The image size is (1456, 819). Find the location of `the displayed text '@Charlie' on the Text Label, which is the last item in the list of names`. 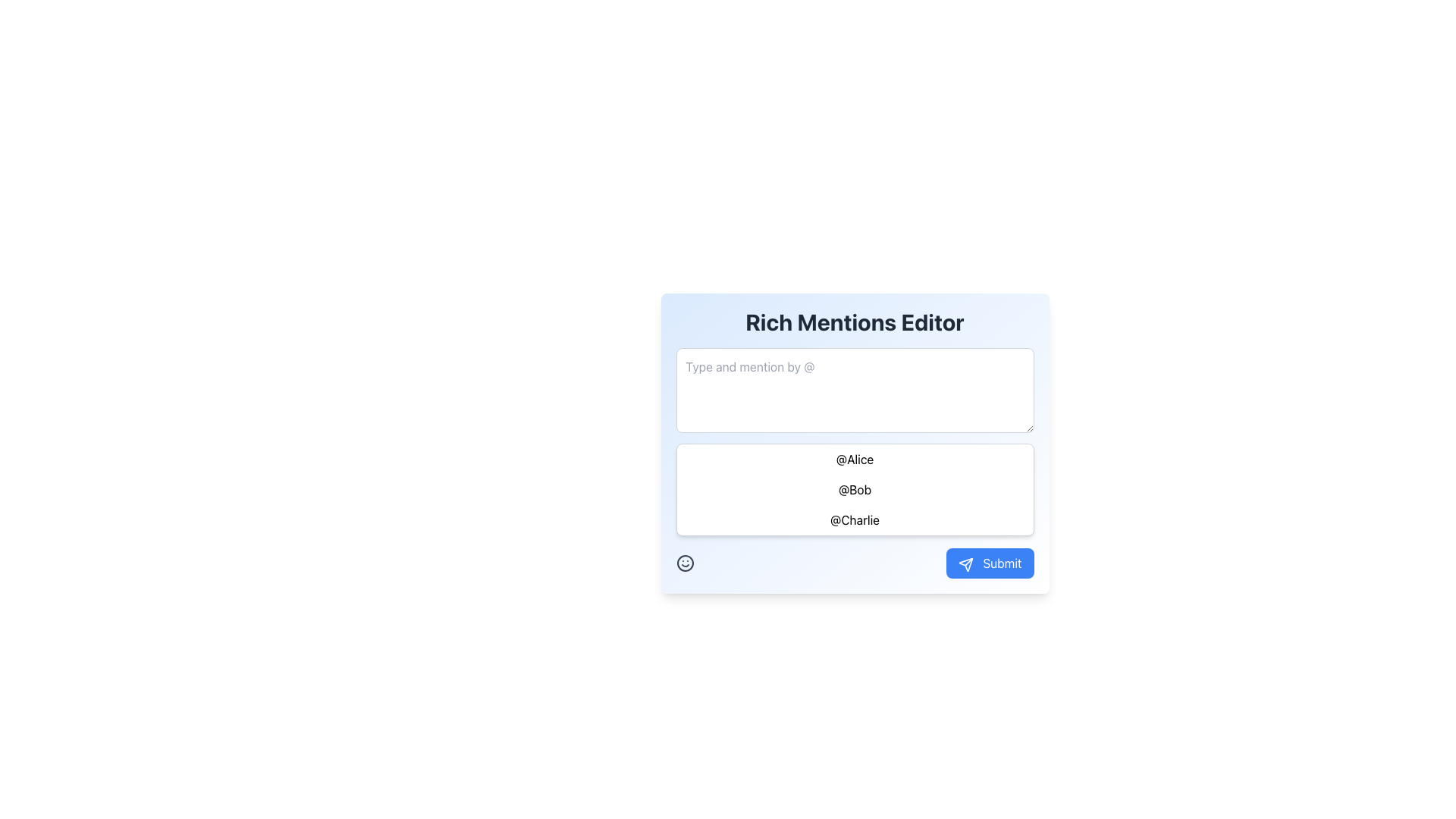

the displayed text '@Charlie' on the Text Label, which is the last item in the list of names is located at coordinates (855, 519).